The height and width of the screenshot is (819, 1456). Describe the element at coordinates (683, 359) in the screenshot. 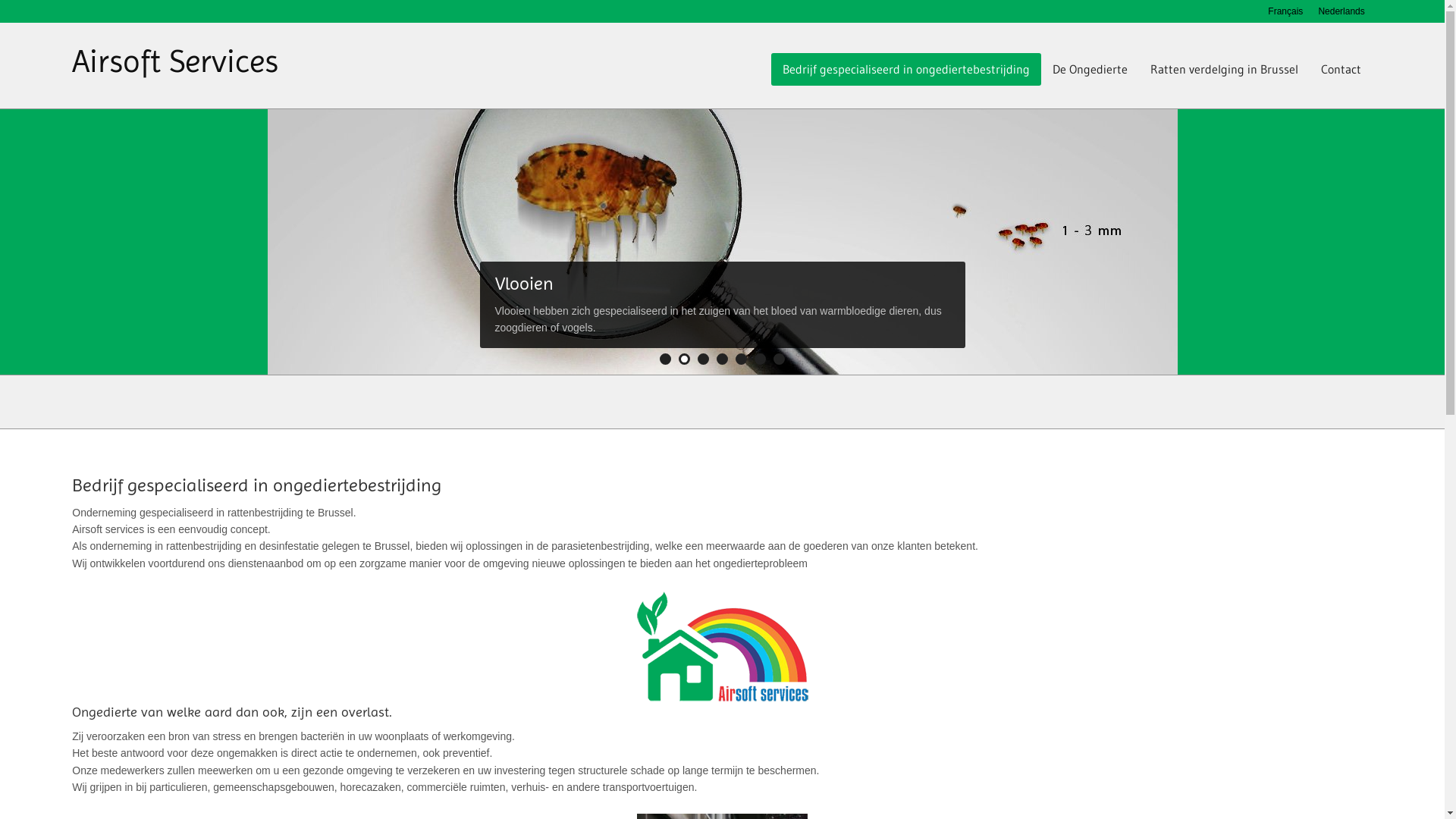

I see `'2'` at that location.